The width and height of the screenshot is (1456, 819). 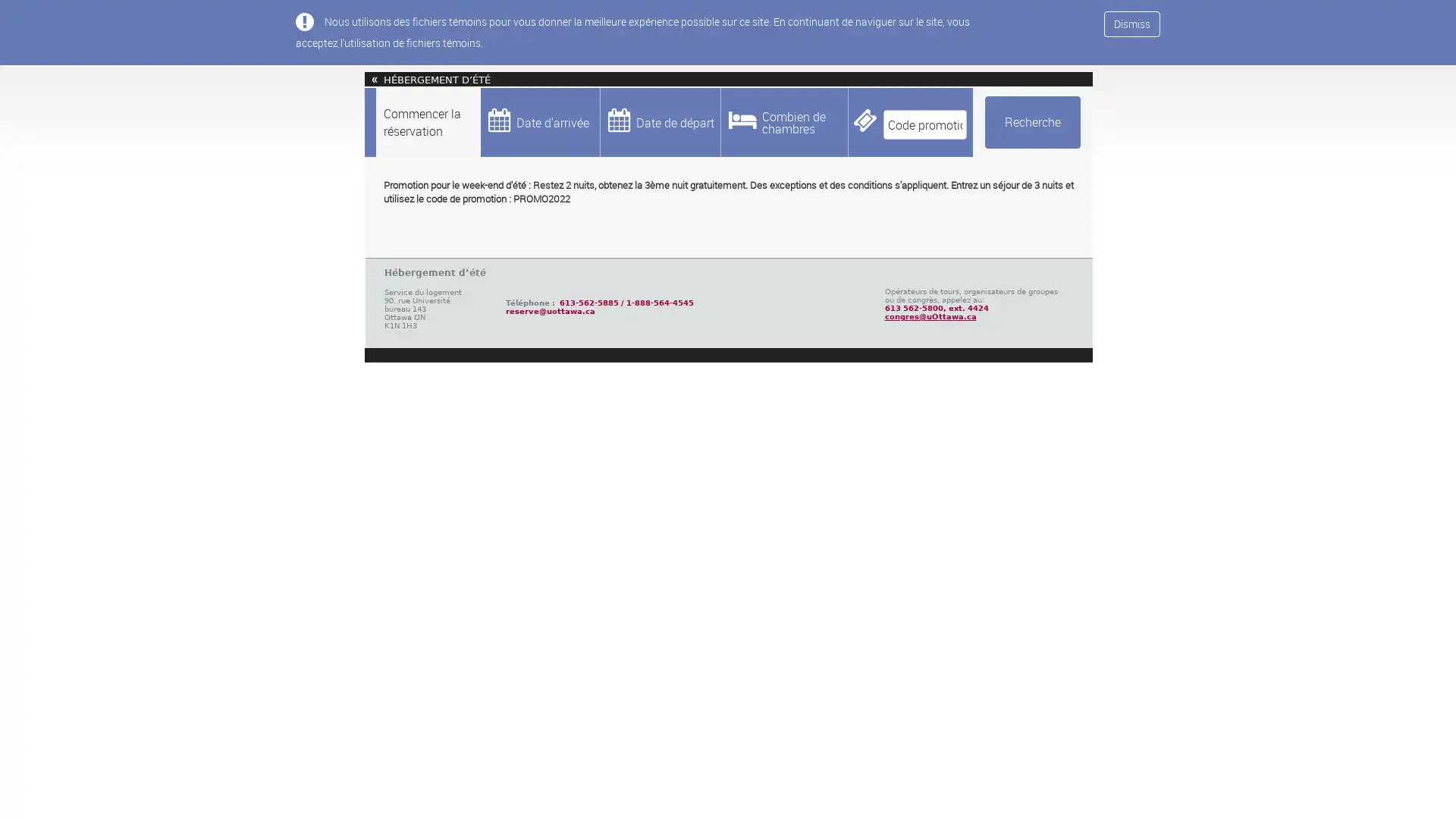 I want to click on Recherche, so click(x=1031, y=121).